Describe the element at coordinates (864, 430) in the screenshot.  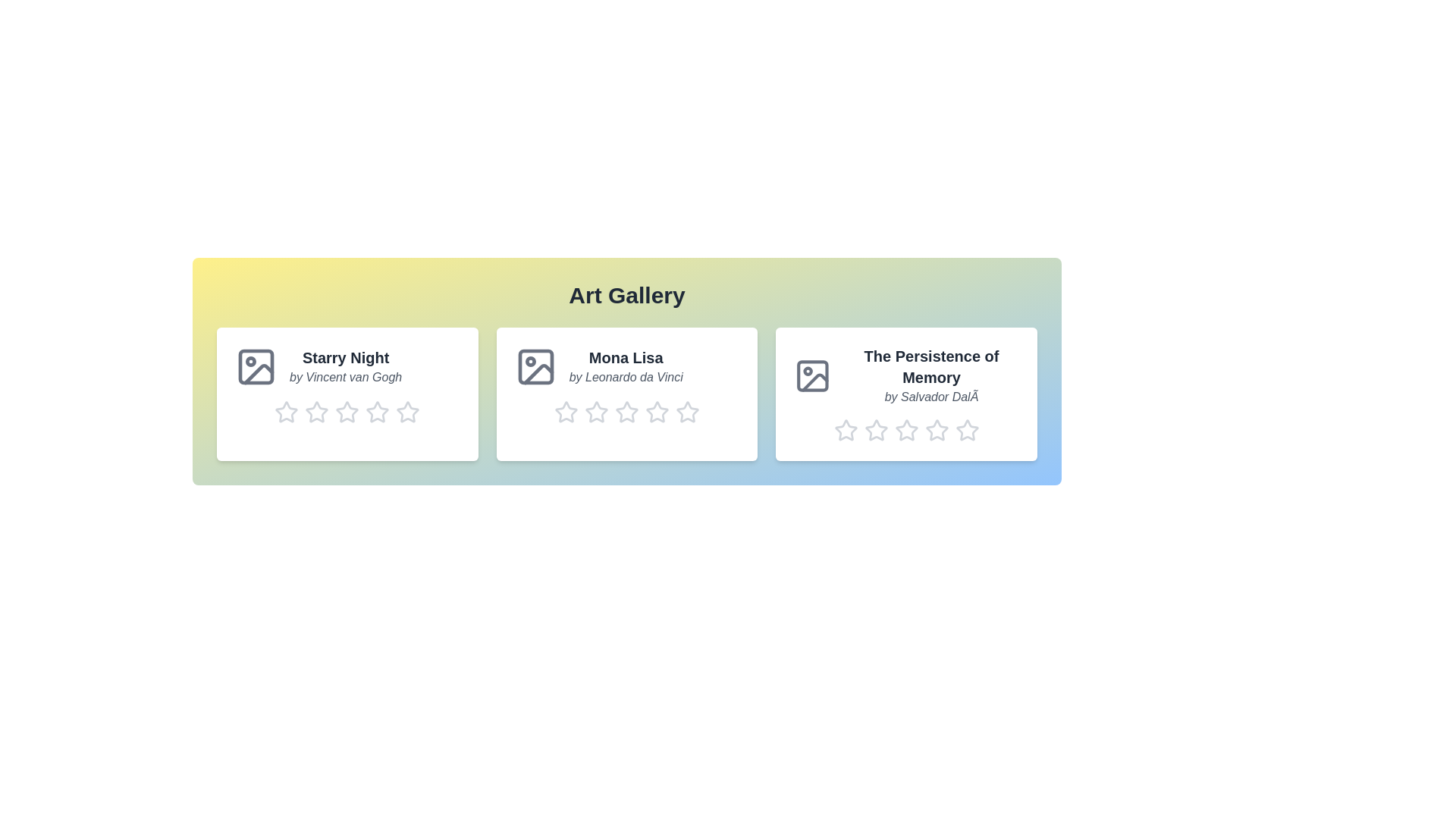
I see `the rating of artwork 3 to 2 stars` at that location.